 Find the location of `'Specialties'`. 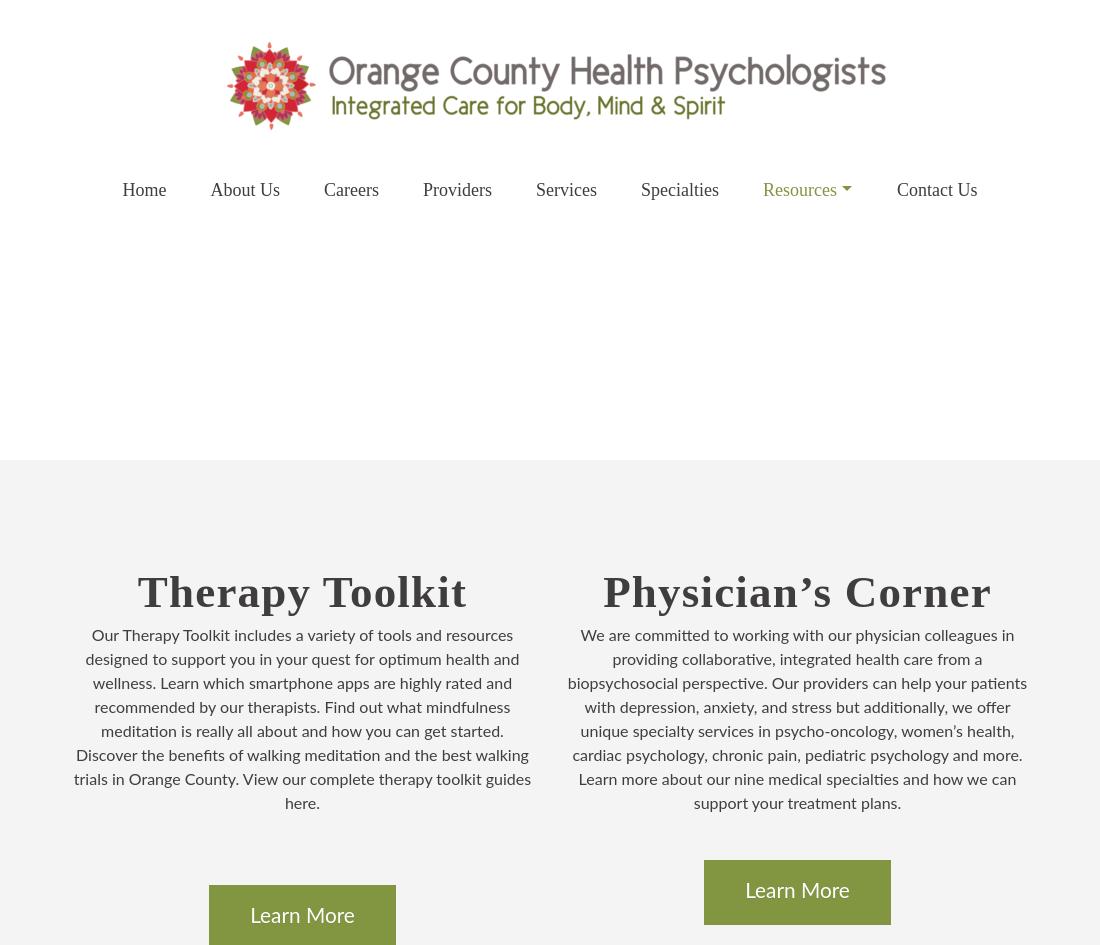

'Specialties' is located at coordinates (679, 190).